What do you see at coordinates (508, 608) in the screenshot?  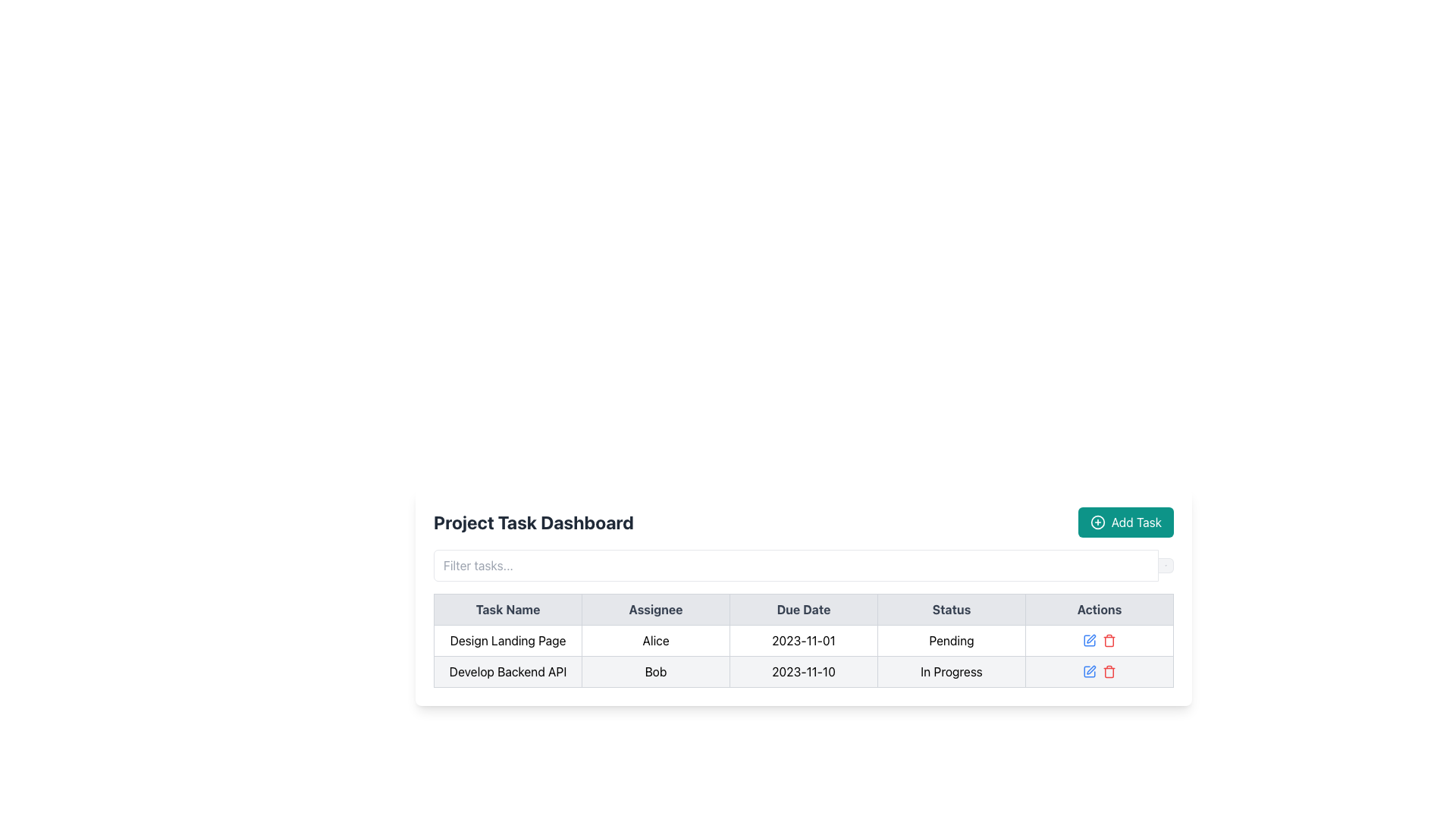 I see `the Table Header Cell labeled 'Task Name', which is styled with a gray border and bold center-aligned text, located near the top-left corner of the table` at bounding box center [508, 608].